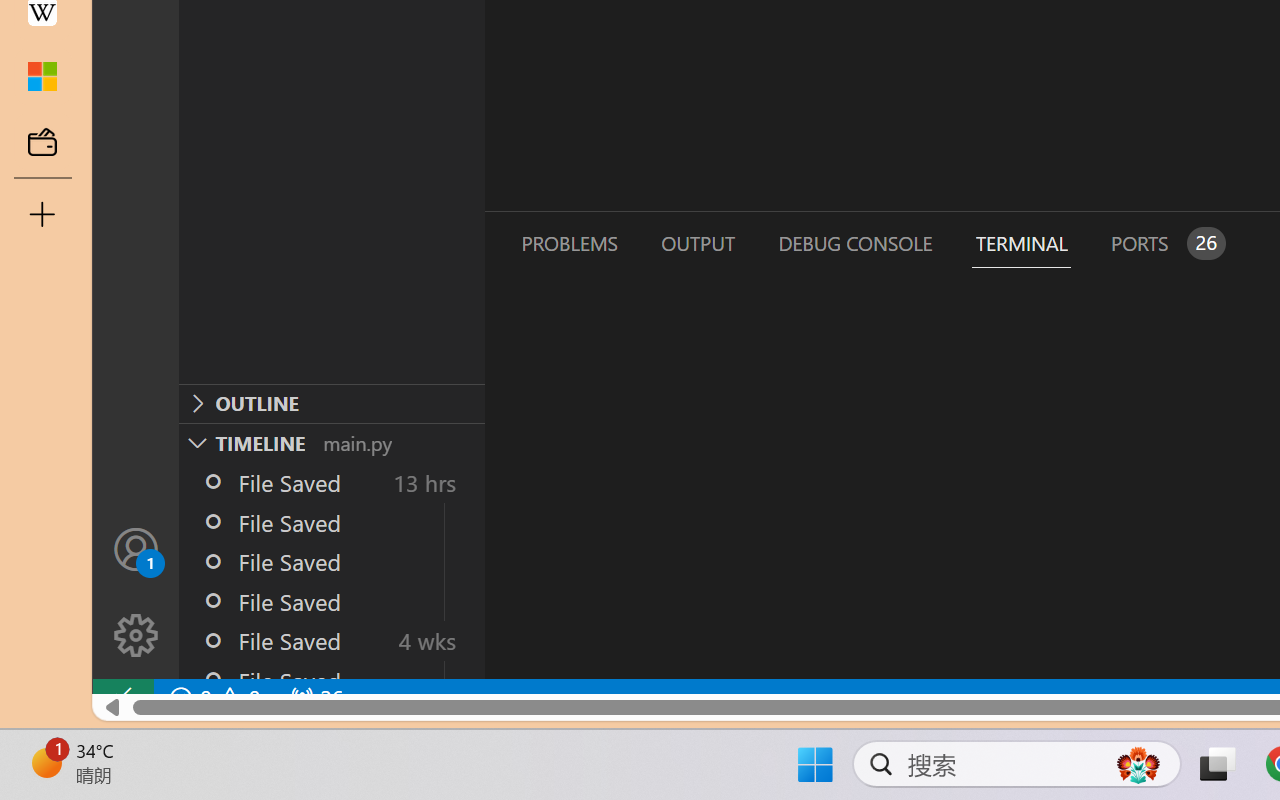  Describe the element at coordinates (567, 242) in the screenshot. I see `'Problems (Ctrl+Shift+M)'` at that location.